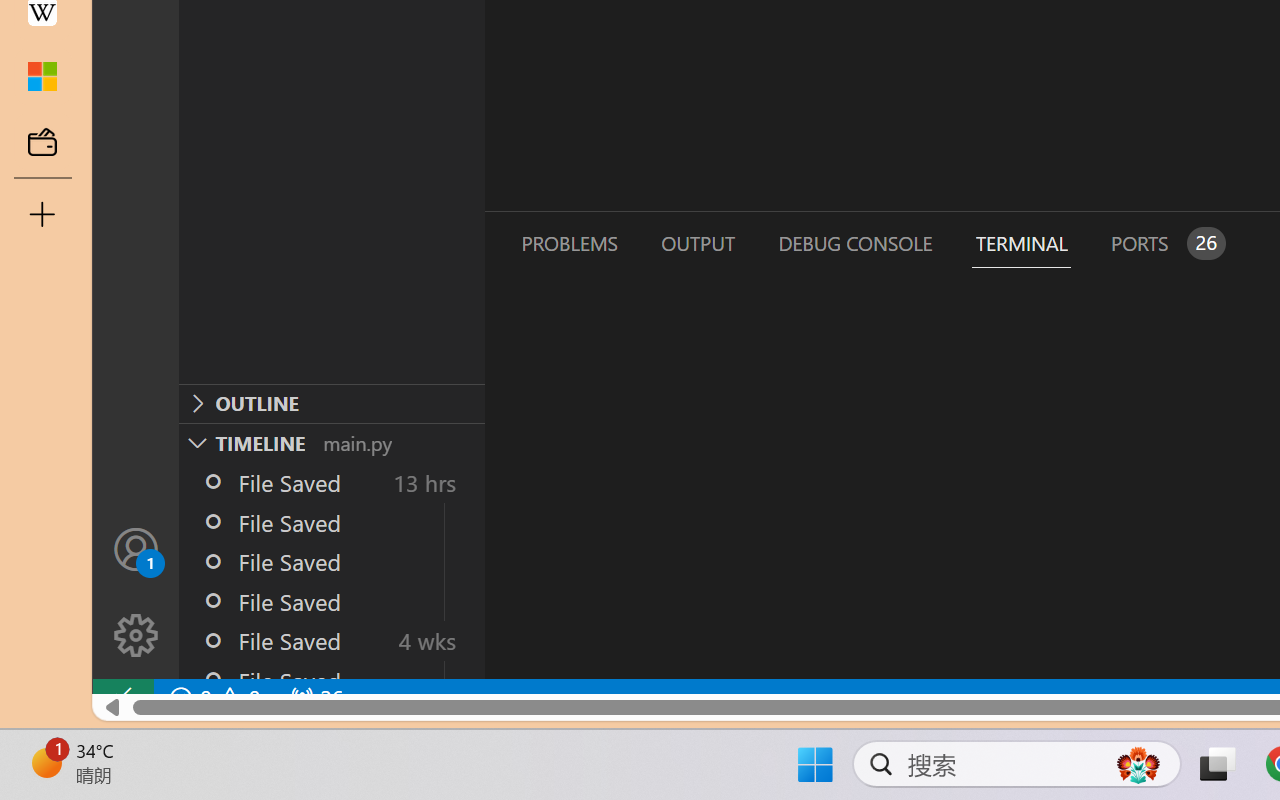  Describe the element at coordinates (567, 242) in the screenshot. I see `'Problems (Ctrl+Shift+M)'` at that location.